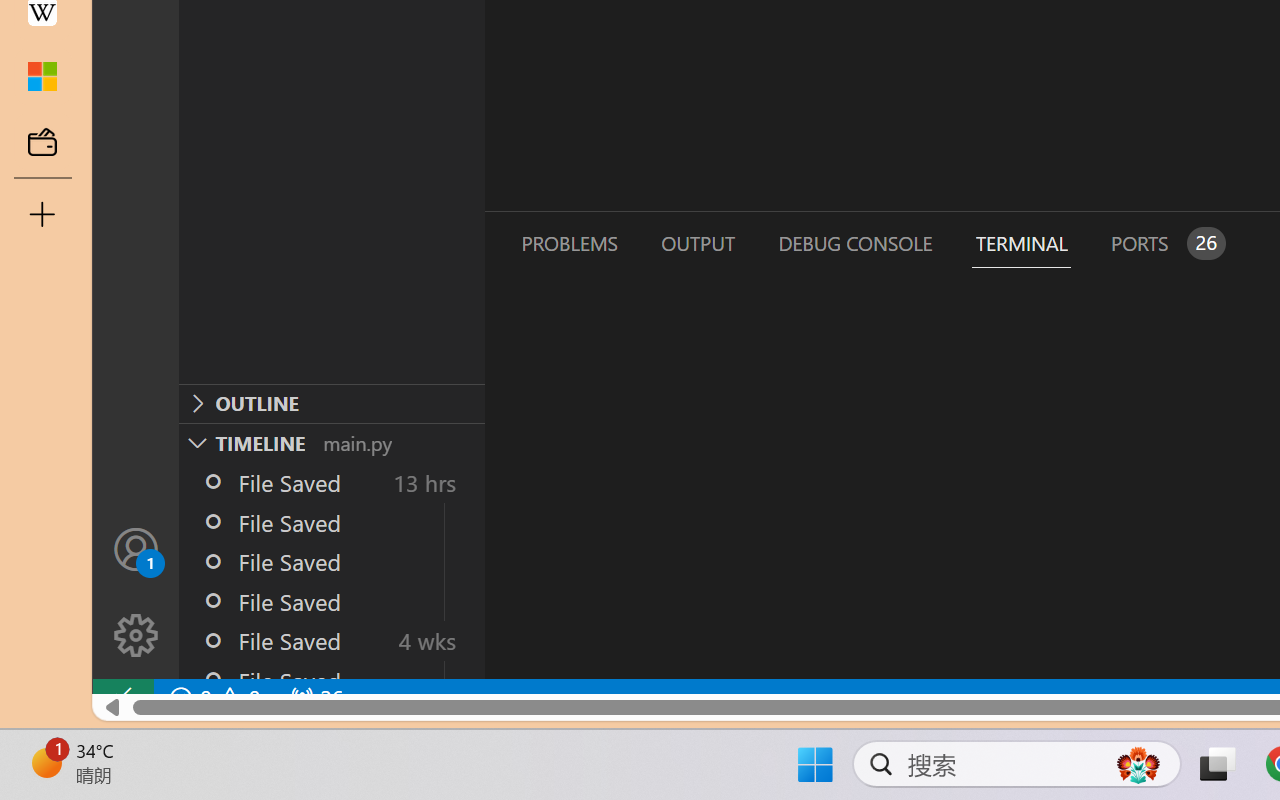  Describe the element at coordinates (567, 242) in the screenshot. I see `'Problems (Ctrl+Shift+M)'` at that location.